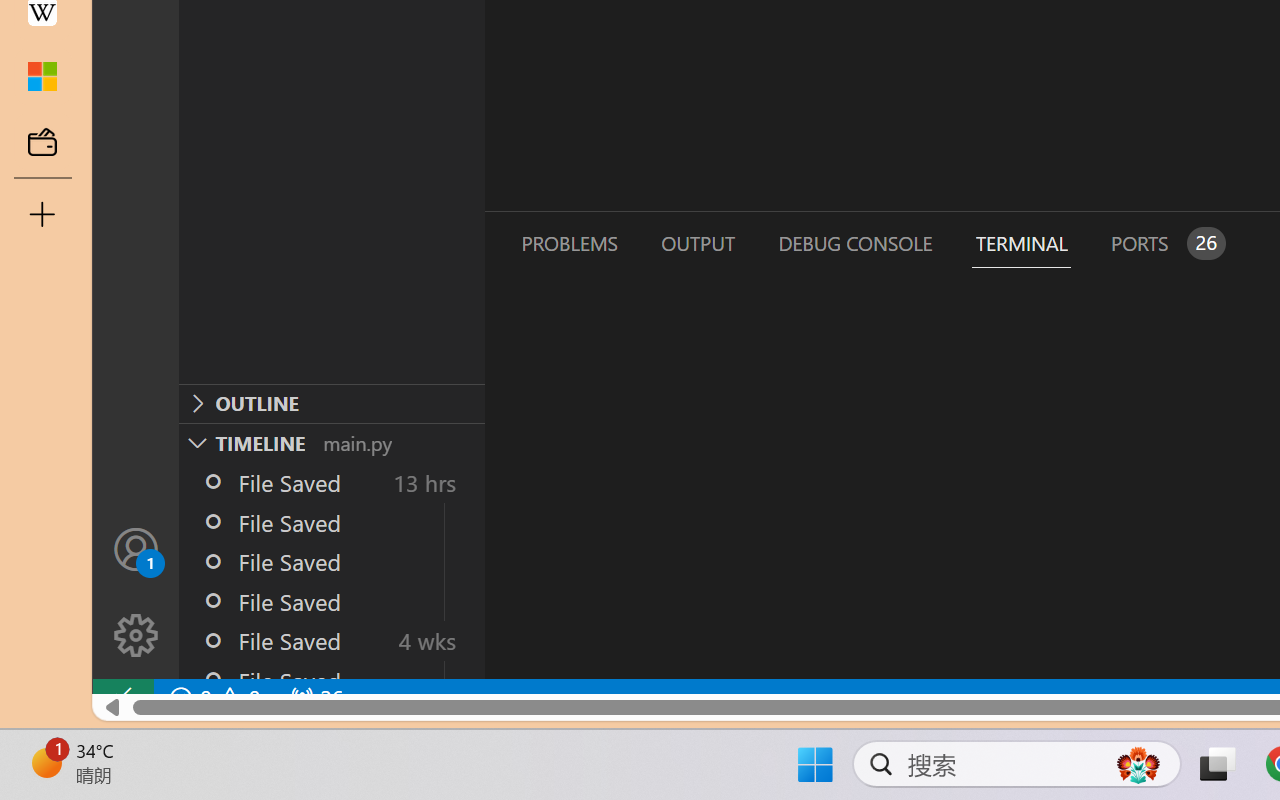  Describe the element at coordinates (567, 242) in the screenshot. I see `'Problems (Ctrl+Shift+M)'` at that location.